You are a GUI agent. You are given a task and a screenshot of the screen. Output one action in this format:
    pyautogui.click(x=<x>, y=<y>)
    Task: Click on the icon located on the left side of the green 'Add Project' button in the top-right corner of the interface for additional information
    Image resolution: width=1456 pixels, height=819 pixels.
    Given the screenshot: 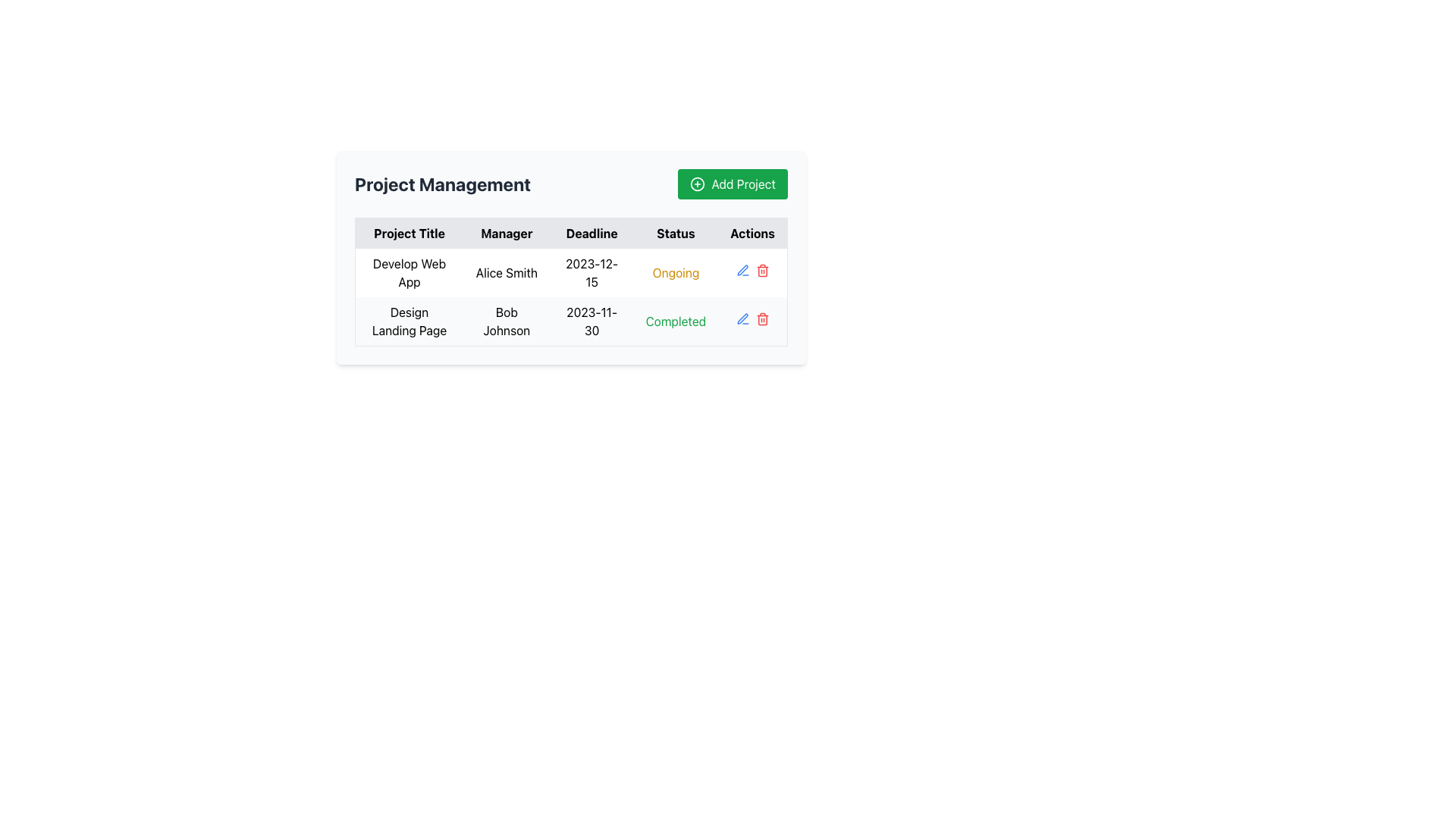 What is the action you would take?
    pyautogui.click(x=697, y=184)
    